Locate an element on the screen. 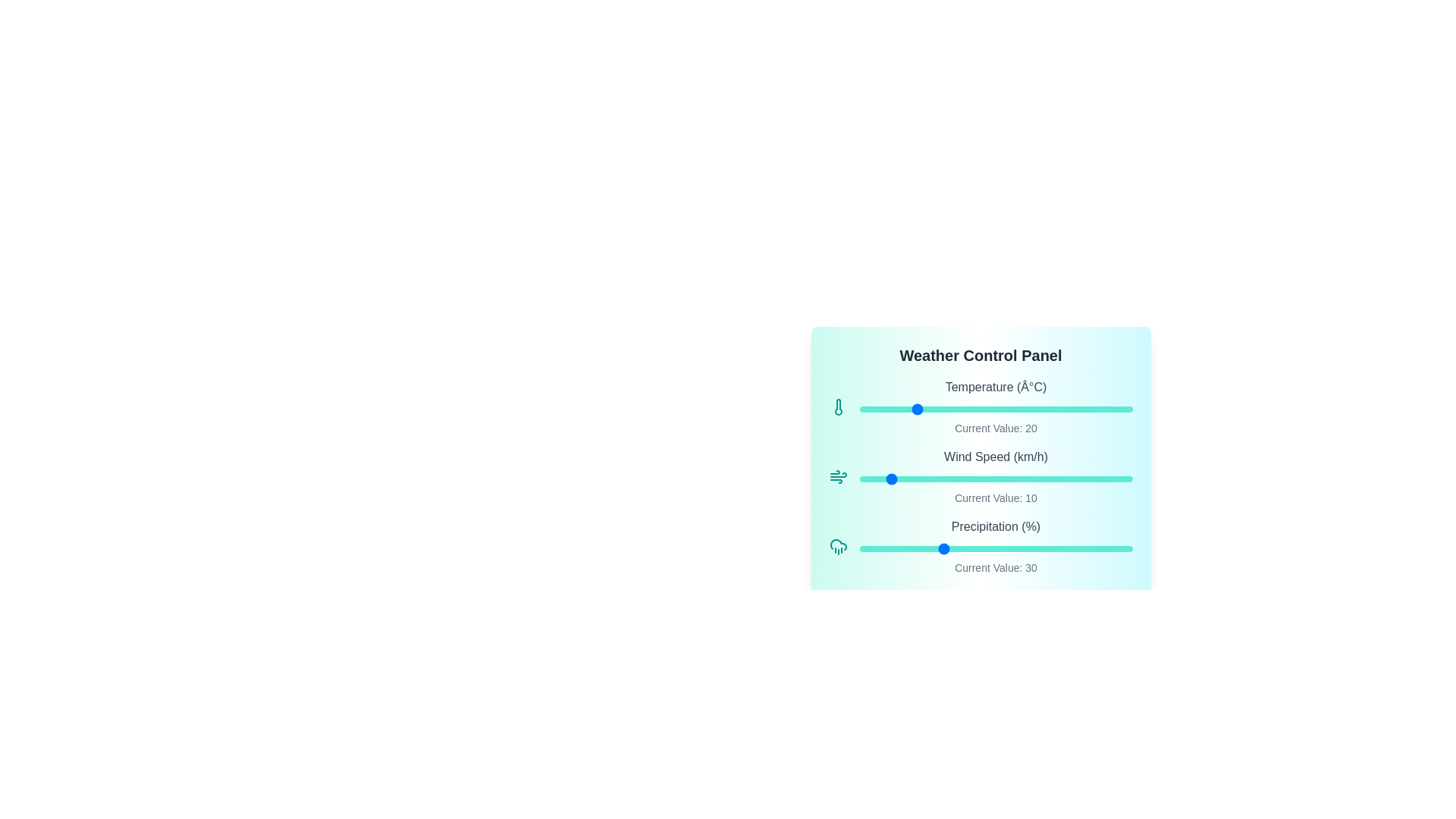  the temperature slider to set the temperature to 91 degrees is located at coordinates (1108, 409).